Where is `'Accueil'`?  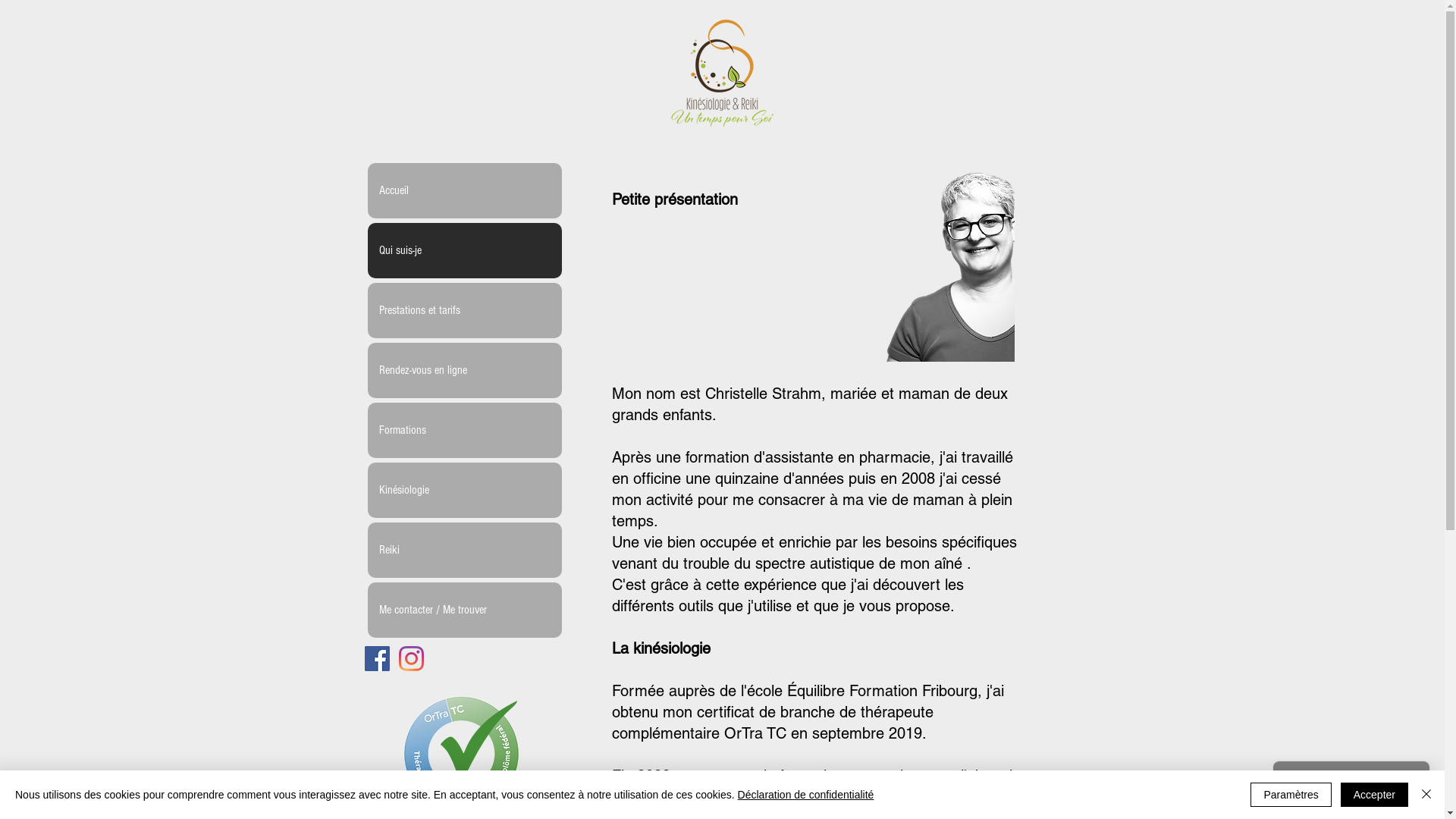 'Accueil' is located at coordinates (367, 190).